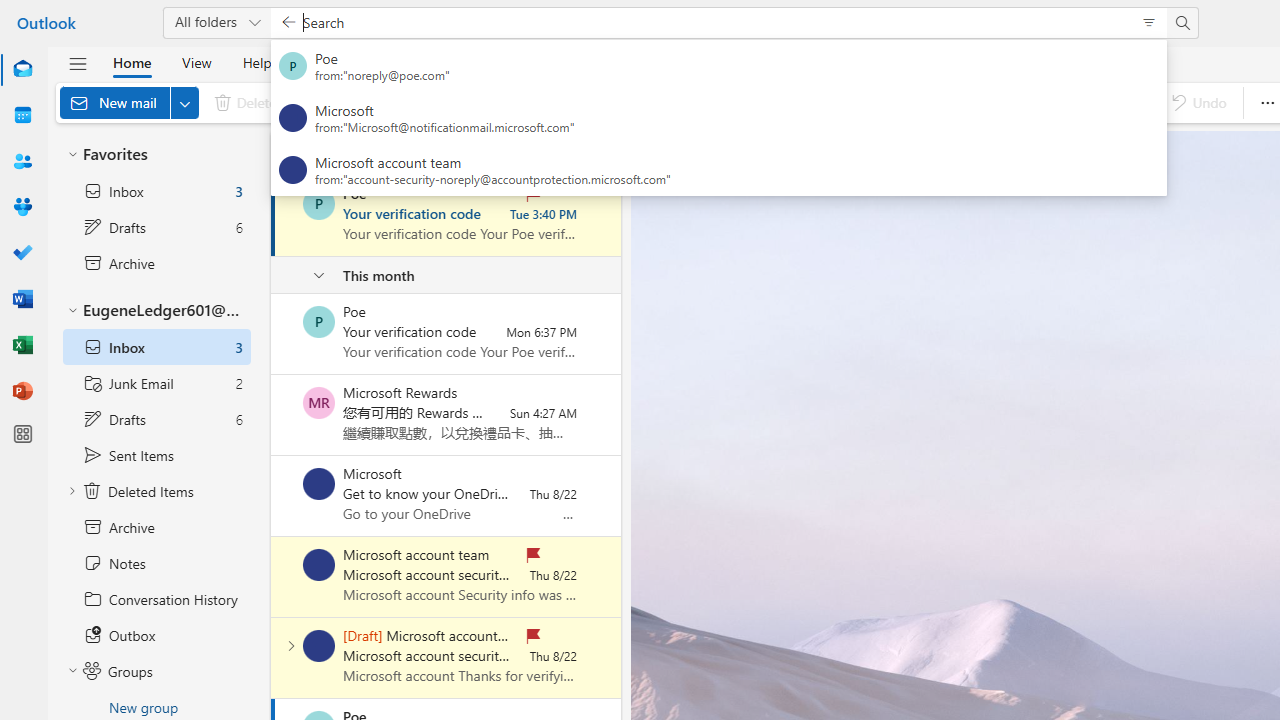  I want to click on 'Expand to see delete options', so click(288, 102).